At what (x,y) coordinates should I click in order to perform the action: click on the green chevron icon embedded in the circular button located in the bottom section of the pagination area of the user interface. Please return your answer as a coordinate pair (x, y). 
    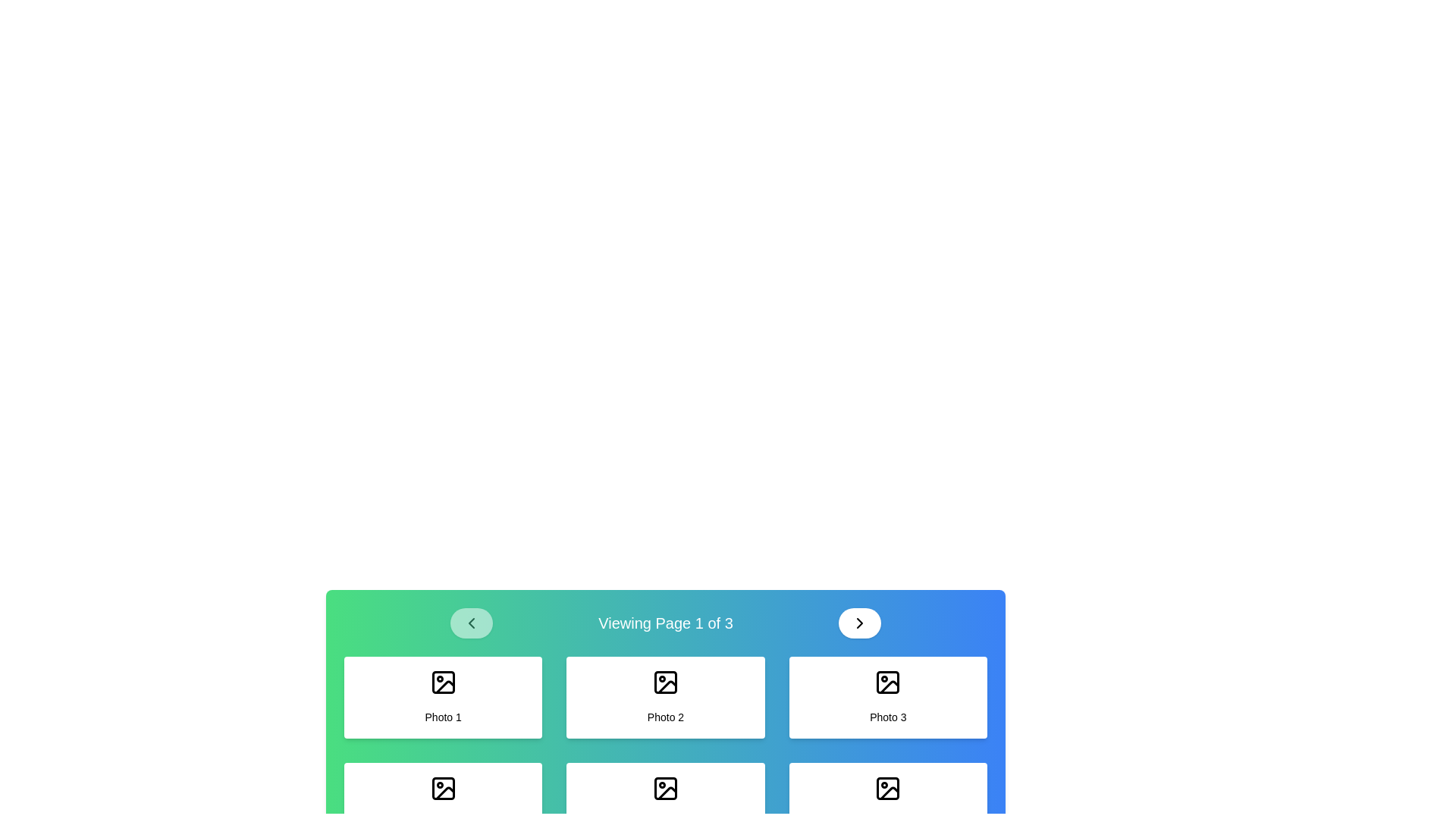
    Looking at the image, I should click on (470, 623).